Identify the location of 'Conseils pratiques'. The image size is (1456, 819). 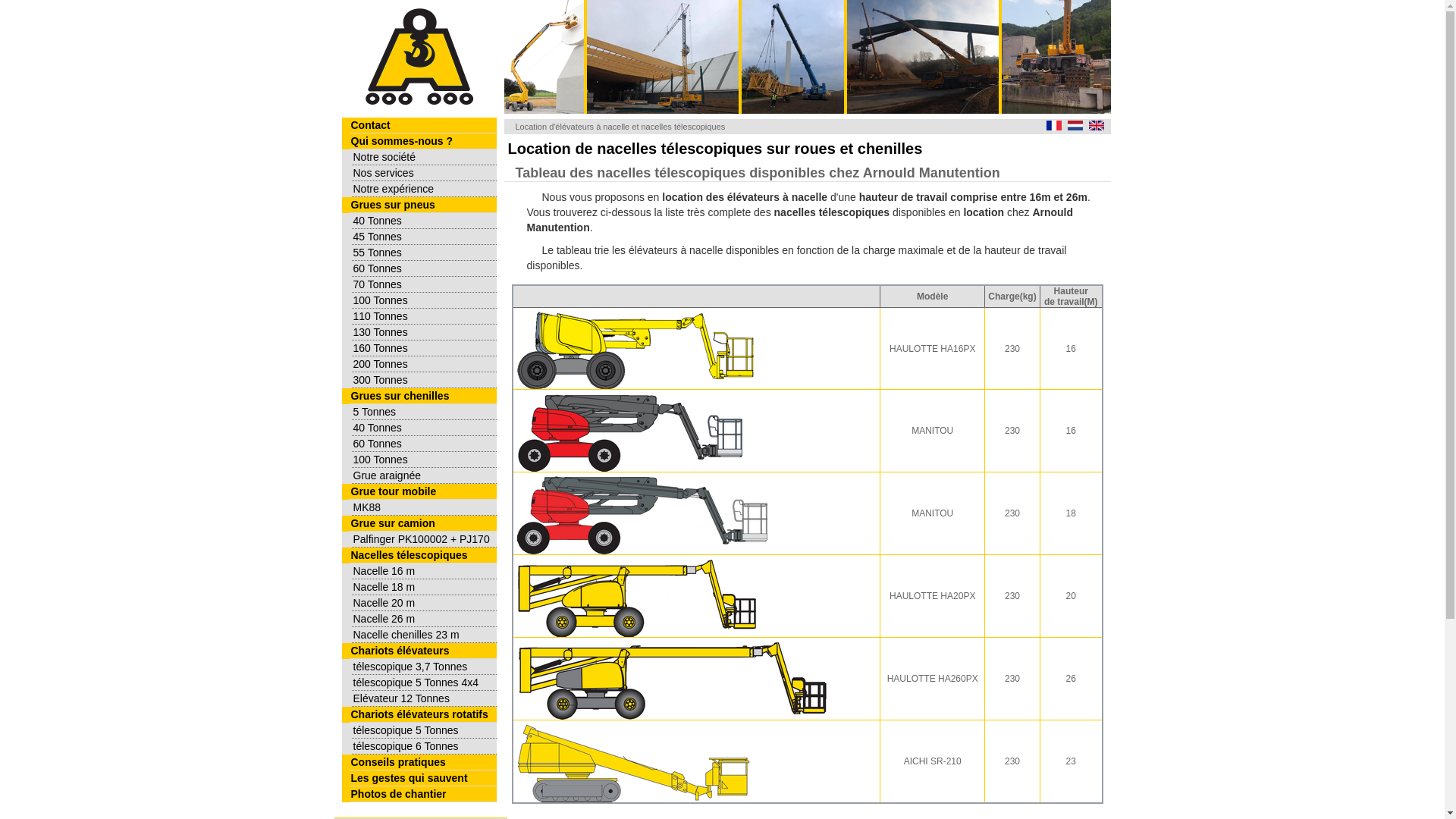
(422, 762).